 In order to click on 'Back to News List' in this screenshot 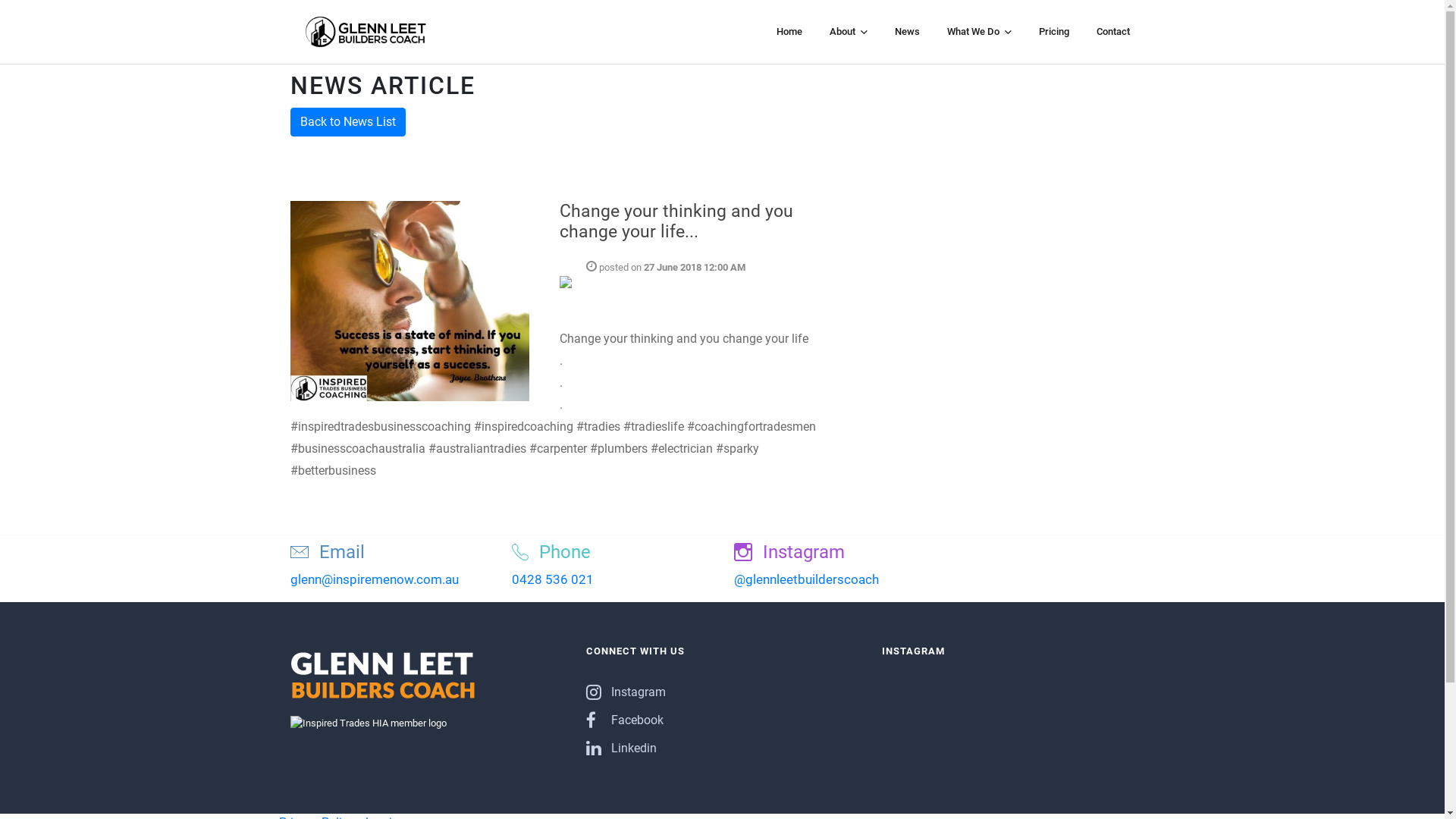, I will do `click(346, 121)`.